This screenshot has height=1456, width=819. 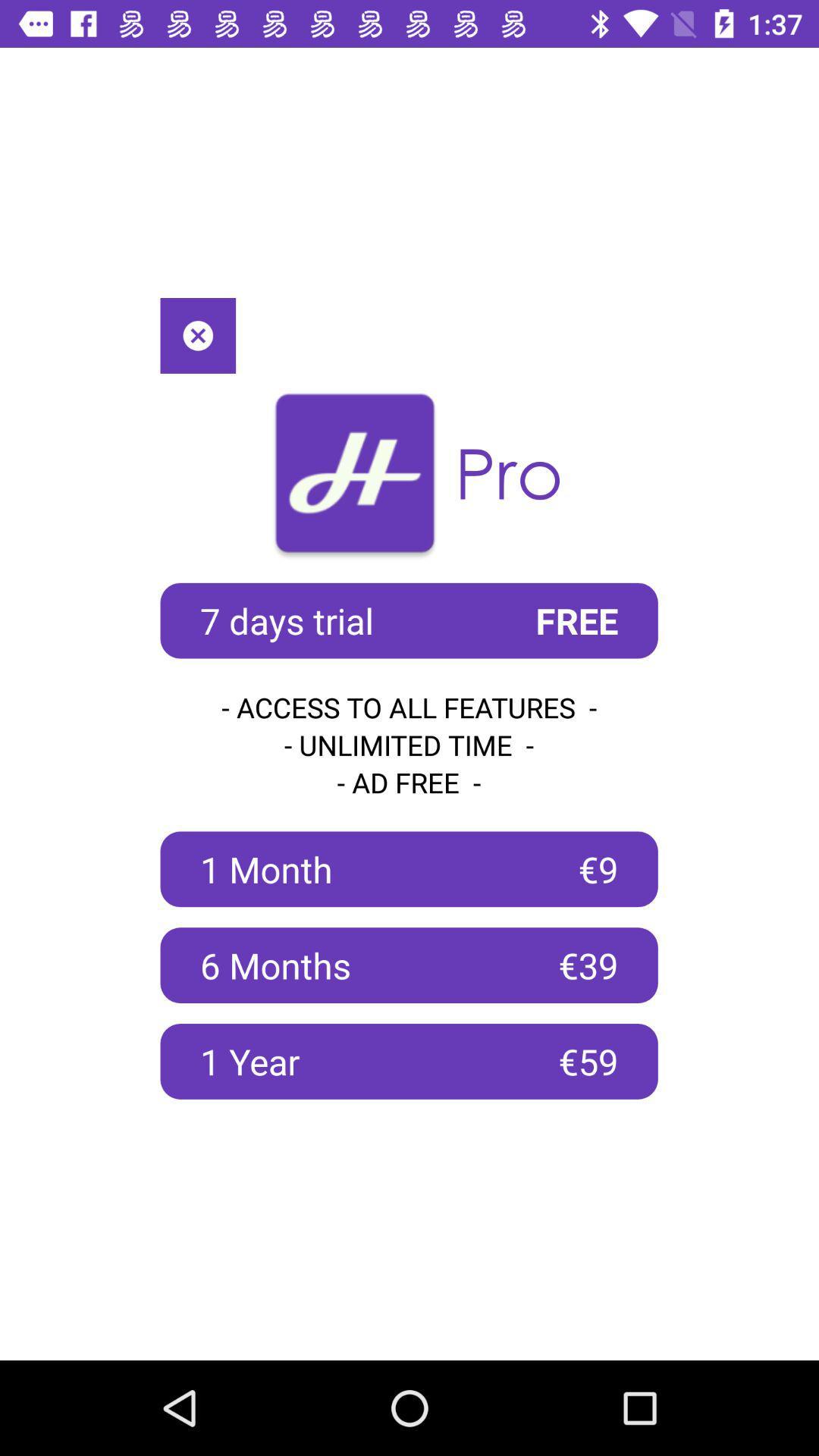 What do you see at coordinates (197, 334) in the screenshot?
I see `icon above 7 days trial` at bounding box center [197, 334].